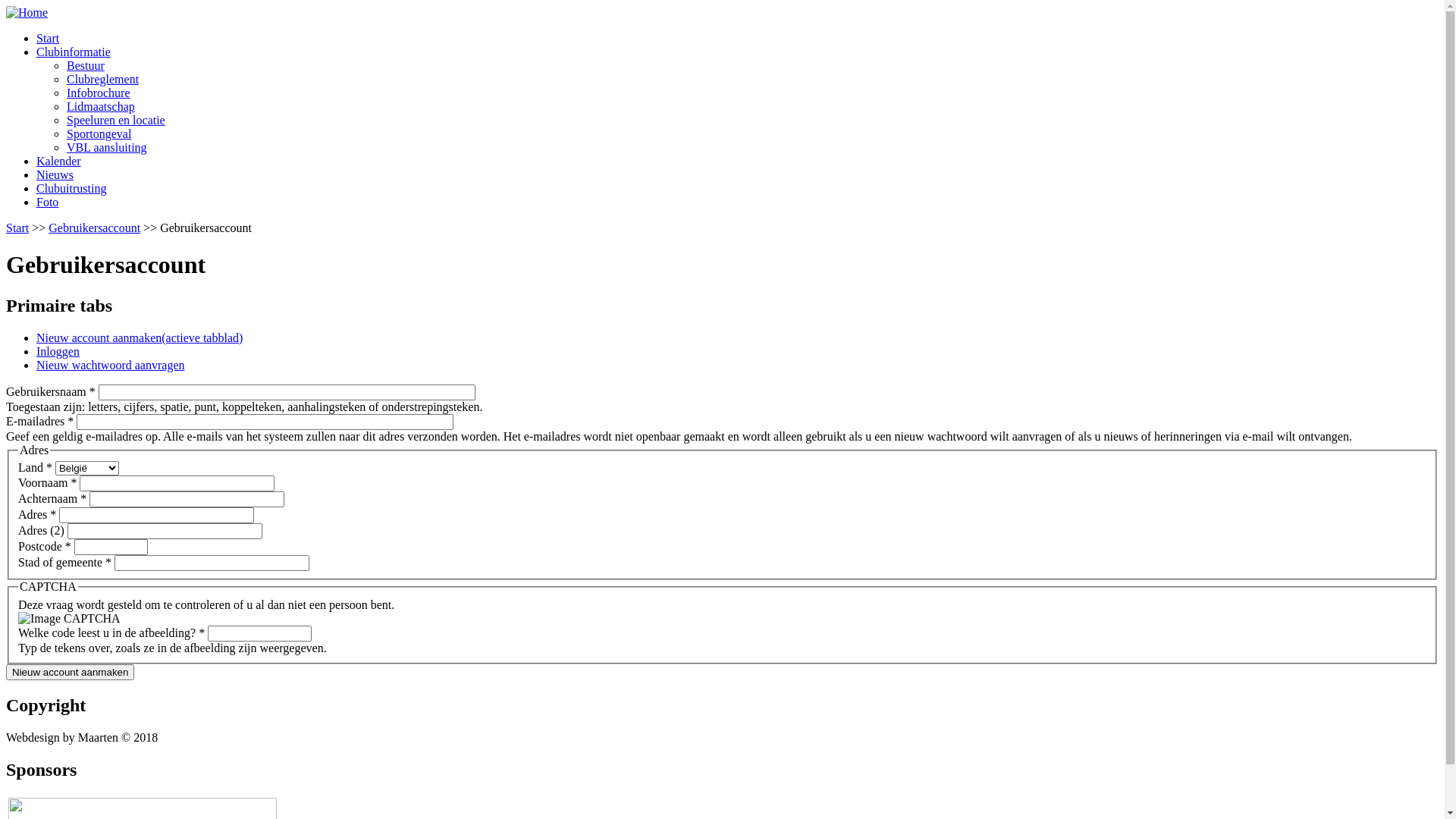 This screenshot has width=1456, height=819. I want to click on 'Nieuws', so click(55, 174).